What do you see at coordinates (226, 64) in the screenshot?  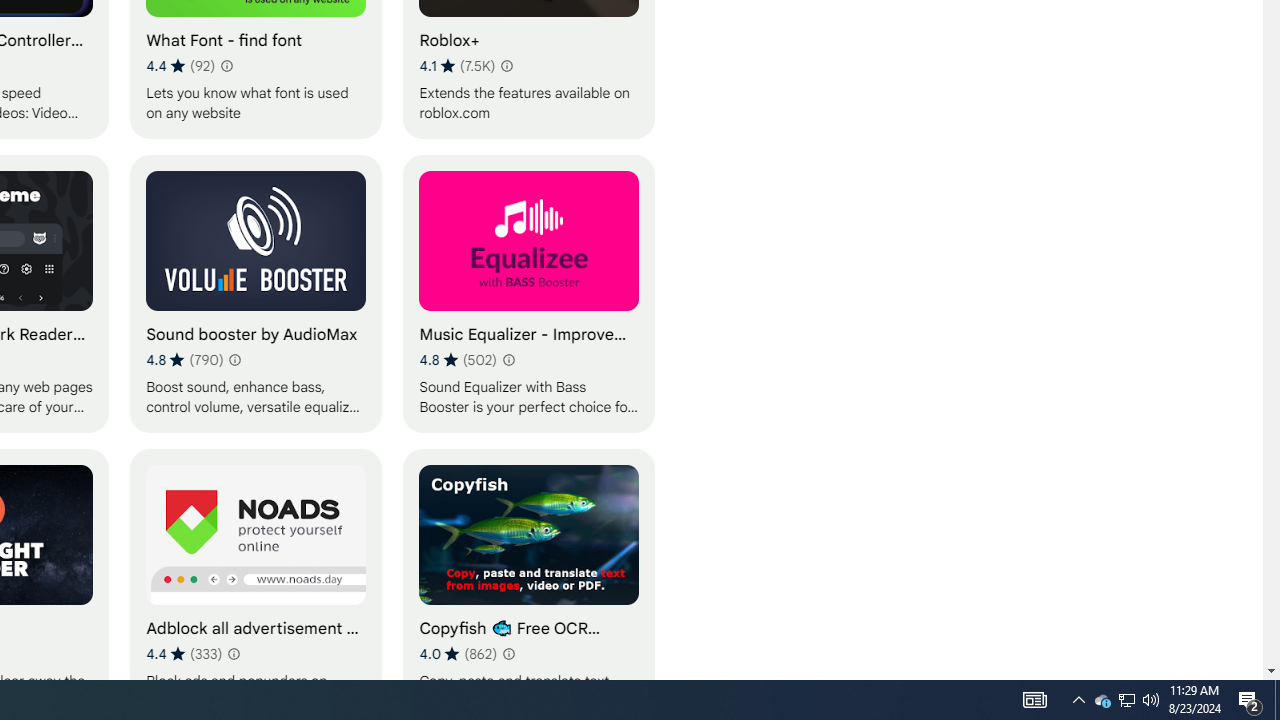 I see `'Learn more about results and reviews "What Font - find font"'` at bounding box center [226, 64].